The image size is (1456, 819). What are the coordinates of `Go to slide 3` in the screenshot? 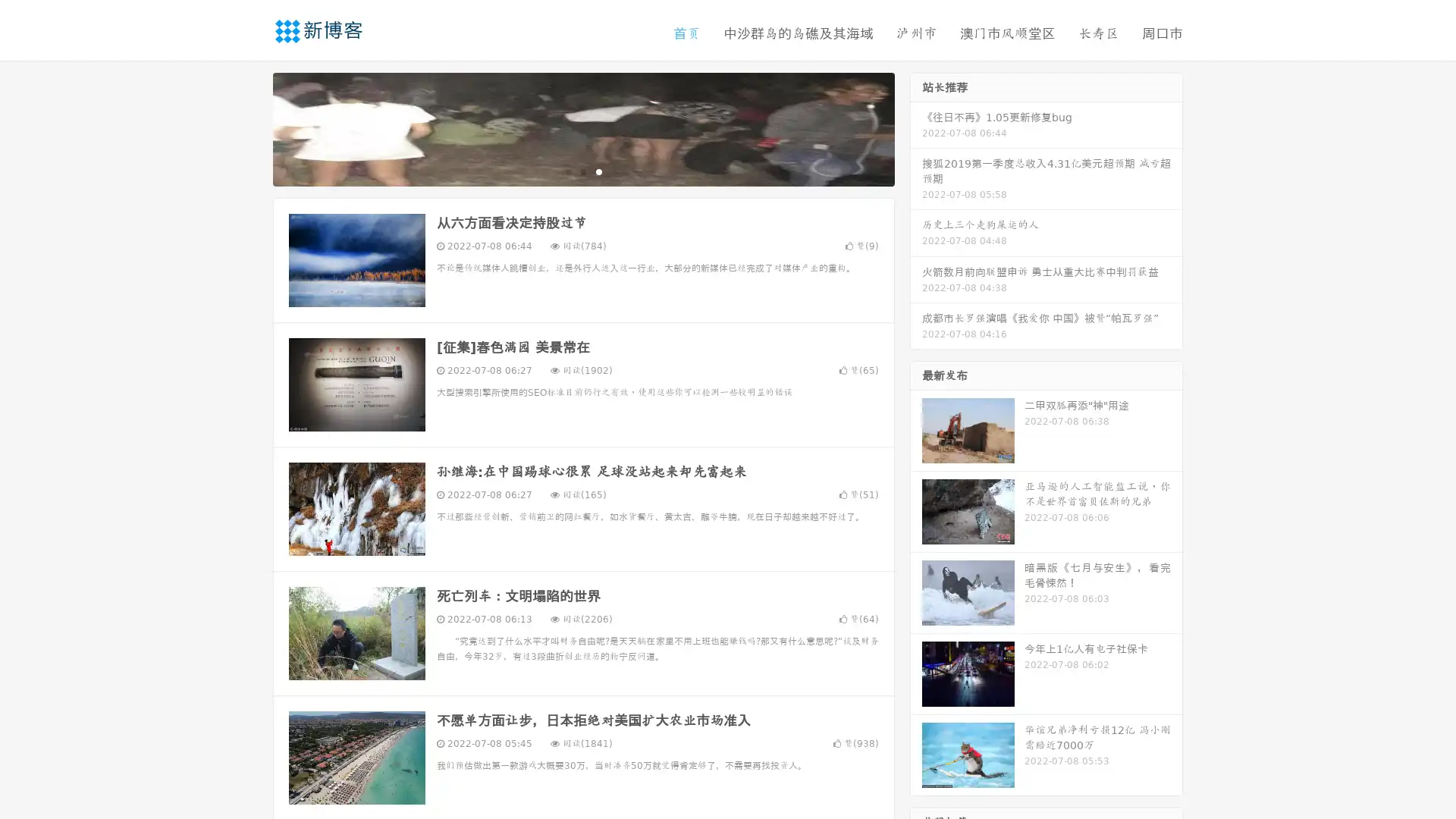 It's located at (598, 171).